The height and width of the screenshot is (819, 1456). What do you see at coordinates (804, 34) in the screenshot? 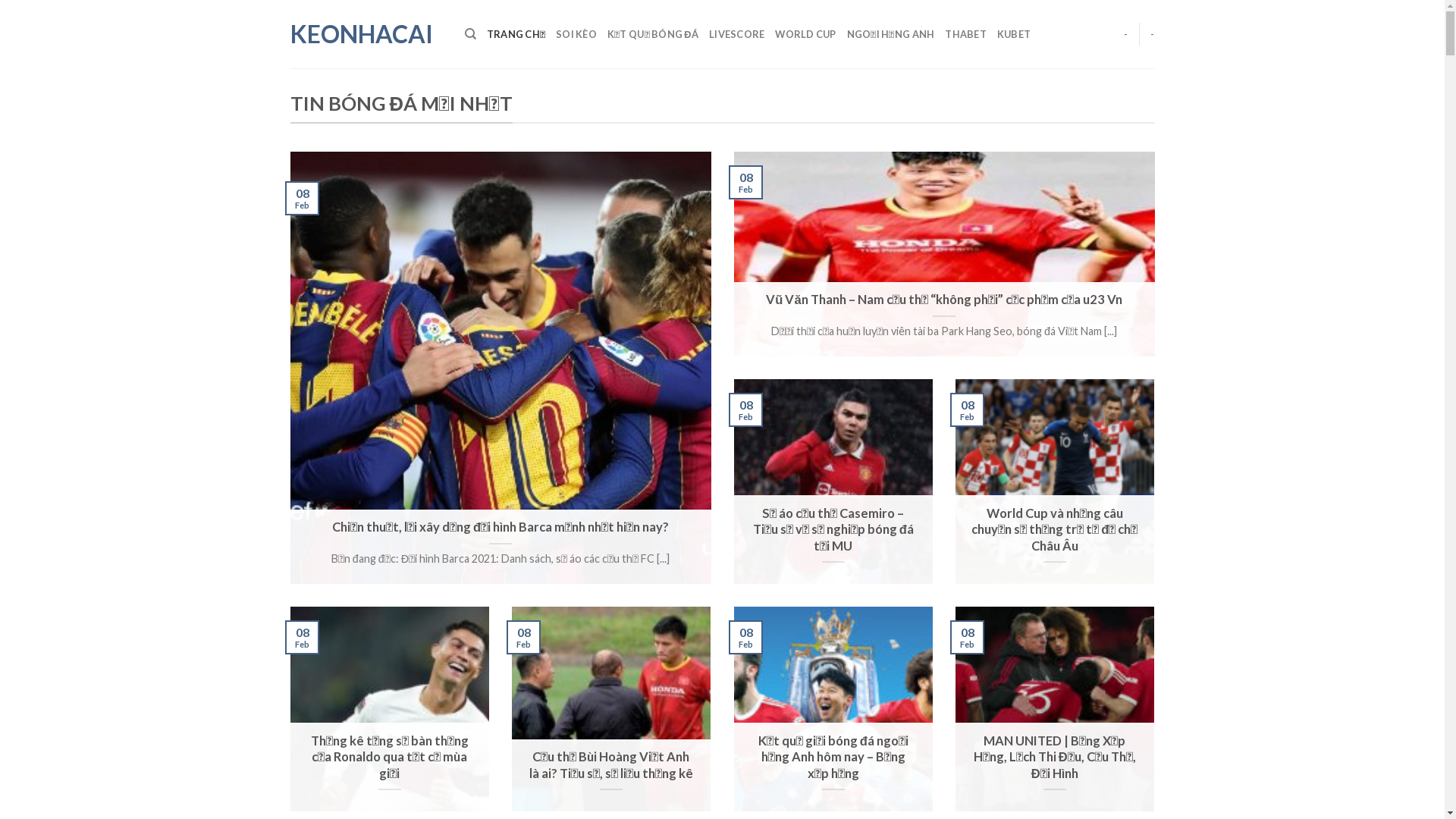
I see `'WORLD CUP'` at bounding box center [804, 34].